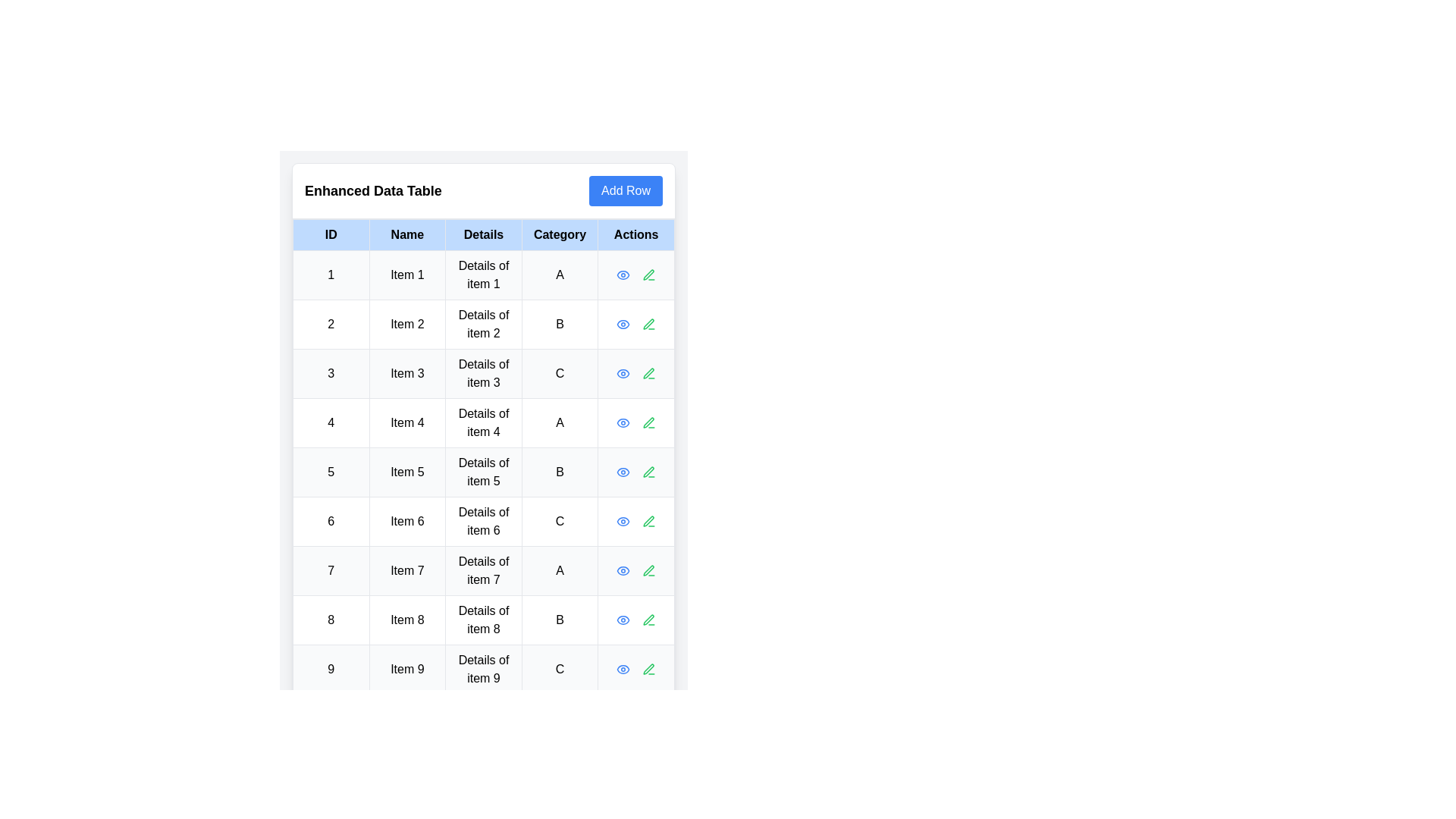 Image resolution: width=1456 pixels, height=819 pixels. Describe the element at coordinates (483, 275) in the screenshot. I see `the Table Cell in the third column of the first row of the 'Enhanced Data Table', which displays supplementary information for the first item listed` at that location.